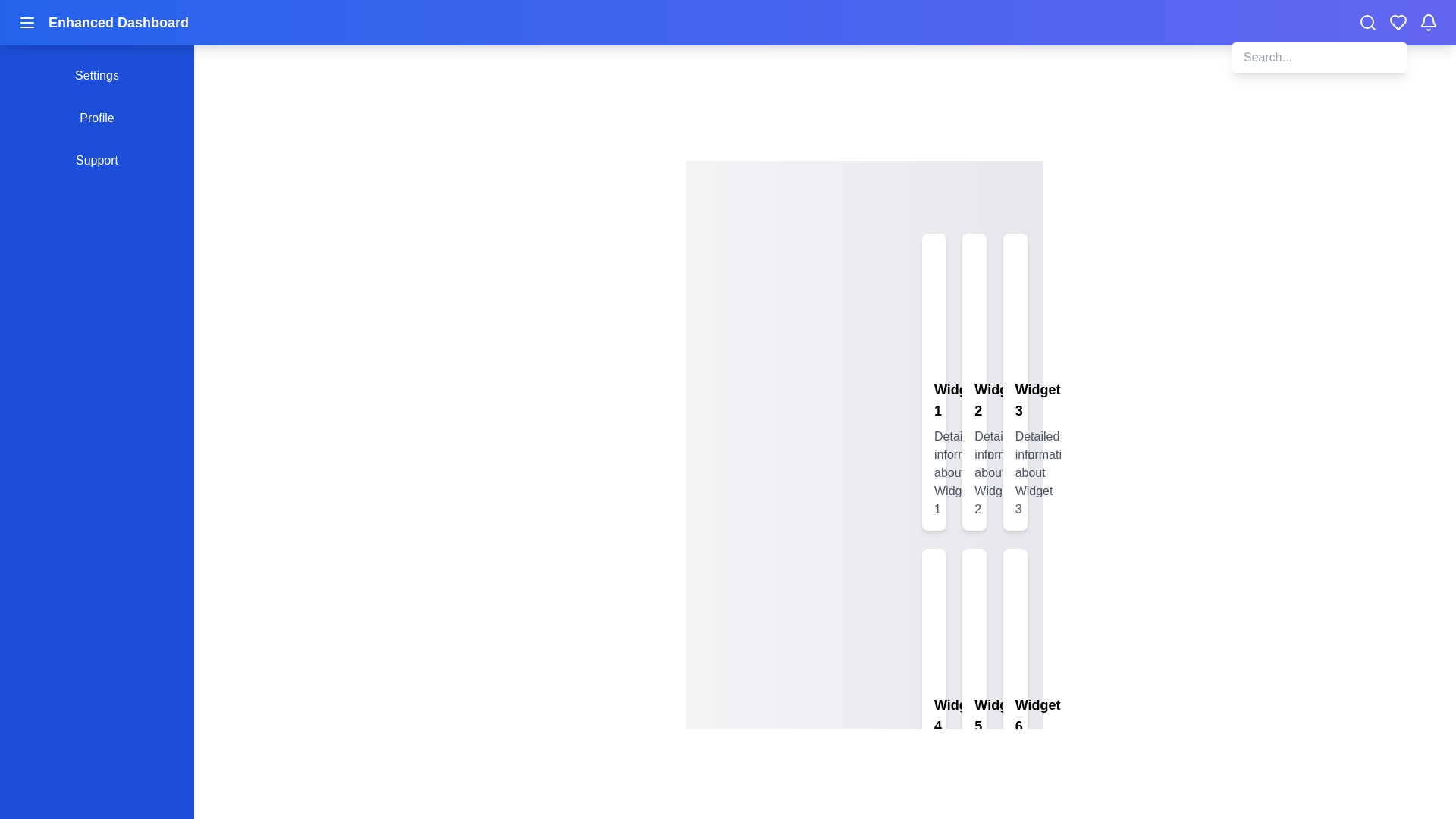 This screenshot has height=819, width=1456. I want to click on the 'Settings' button located in the left sidebar, so click(96, 76).